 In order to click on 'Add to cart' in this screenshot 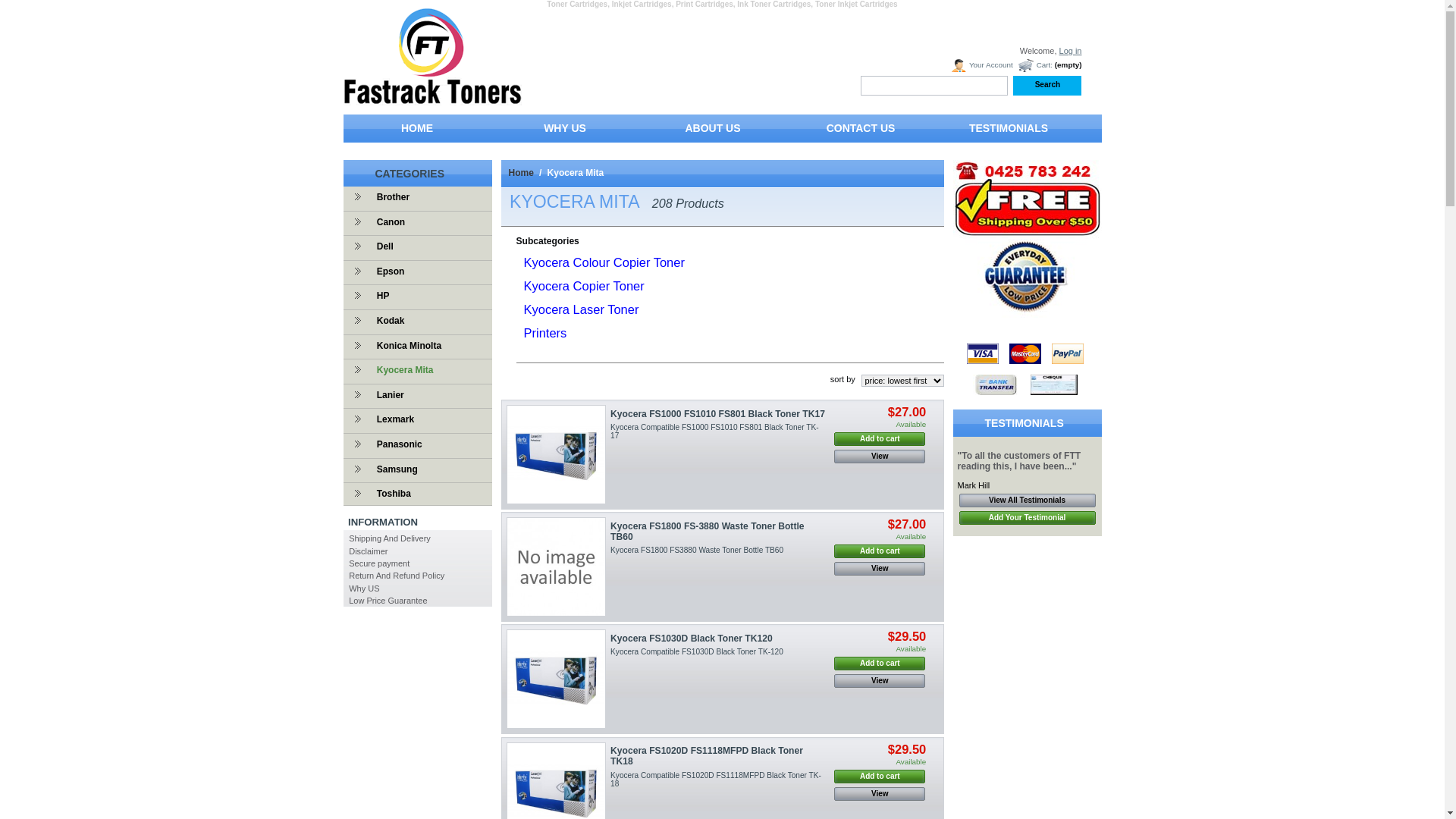, I will do `click(880, 663)`.